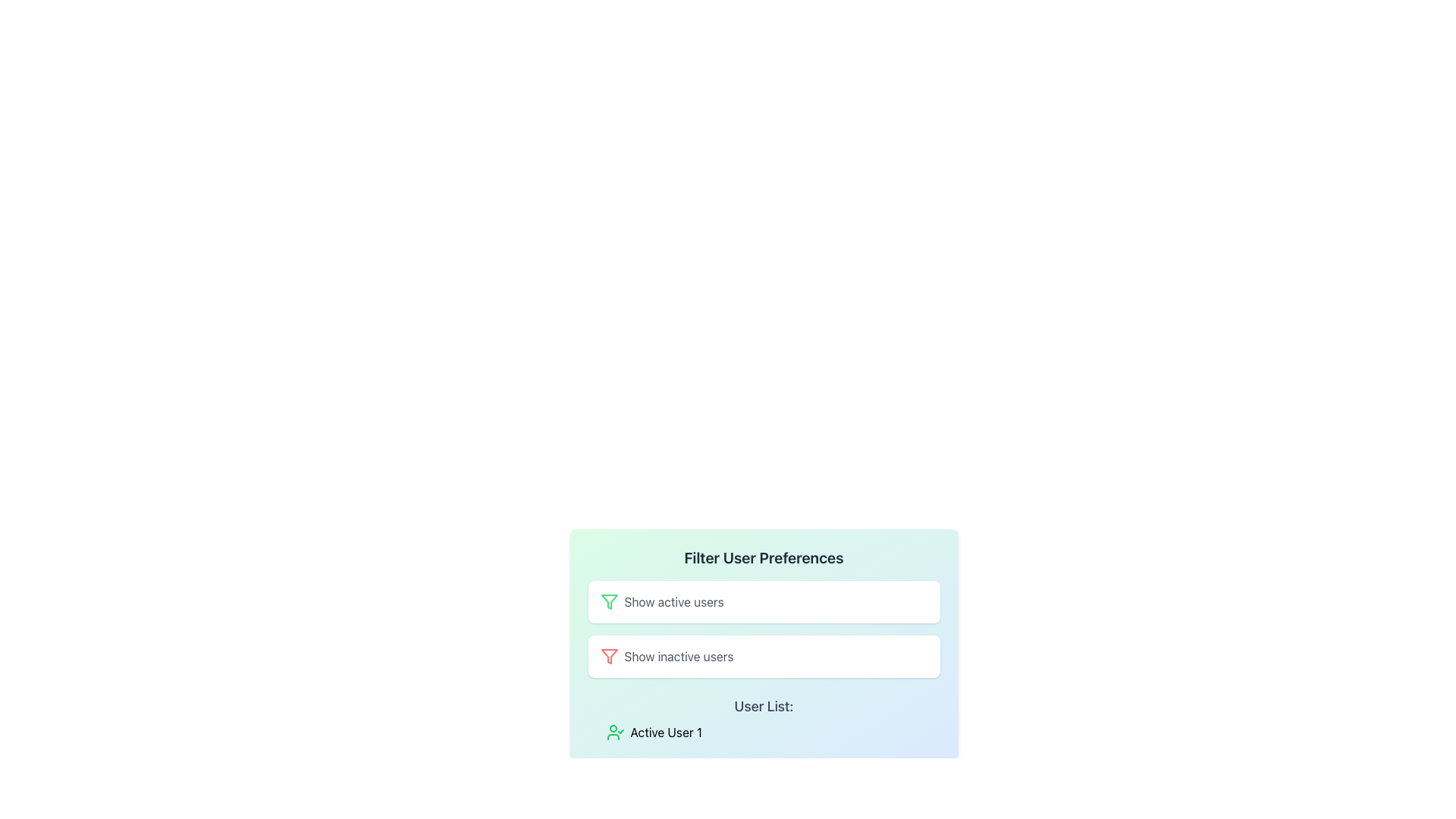  Describe the element at coordinates (667, 656) in the screenshot. I see `the 'Show inactive users' text label with the red filter icon` at that location.